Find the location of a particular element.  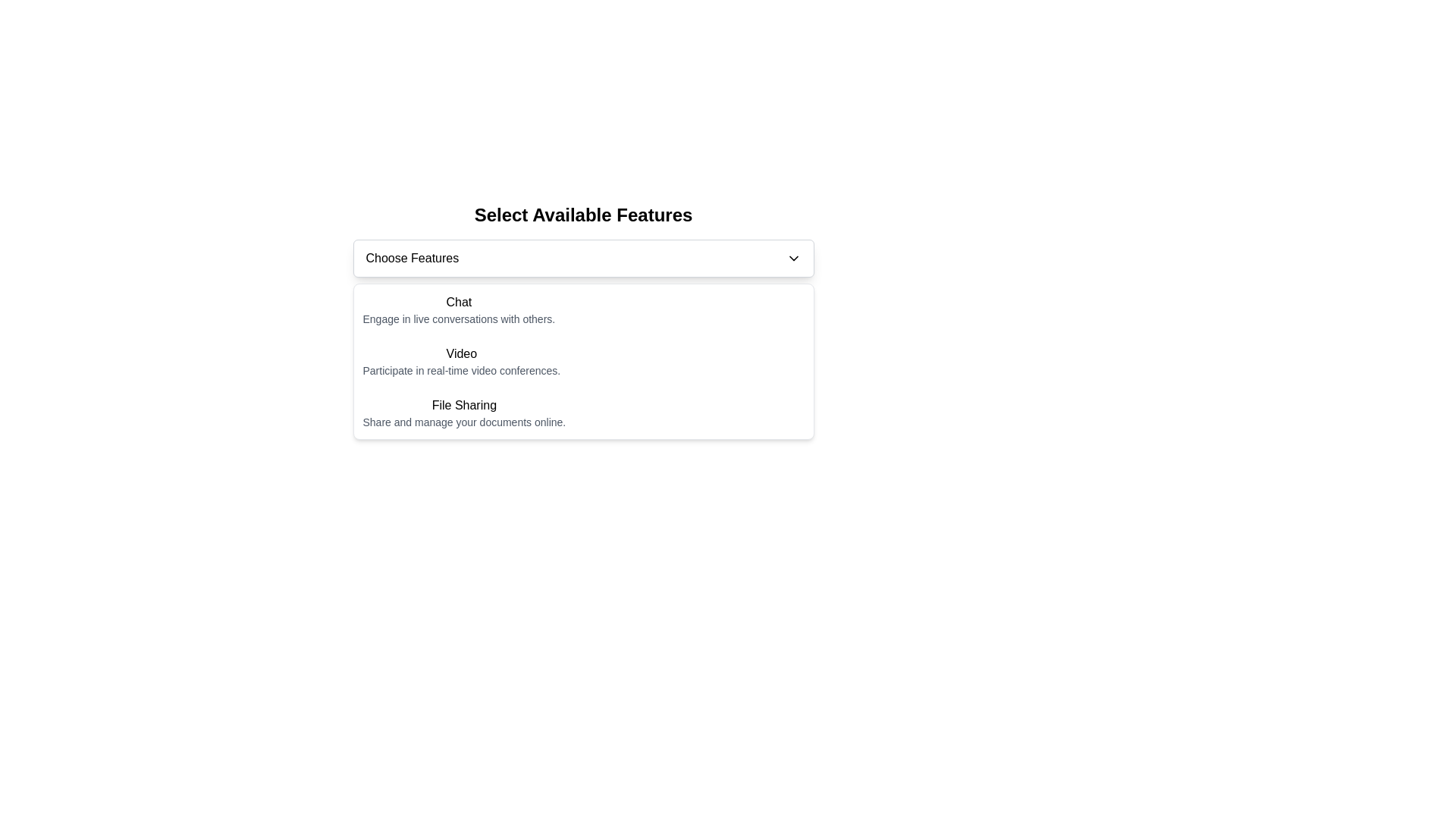

the third item in the selectable list, which describes a feature related to managing and sharing documents online is located at coordinates (463, 413).